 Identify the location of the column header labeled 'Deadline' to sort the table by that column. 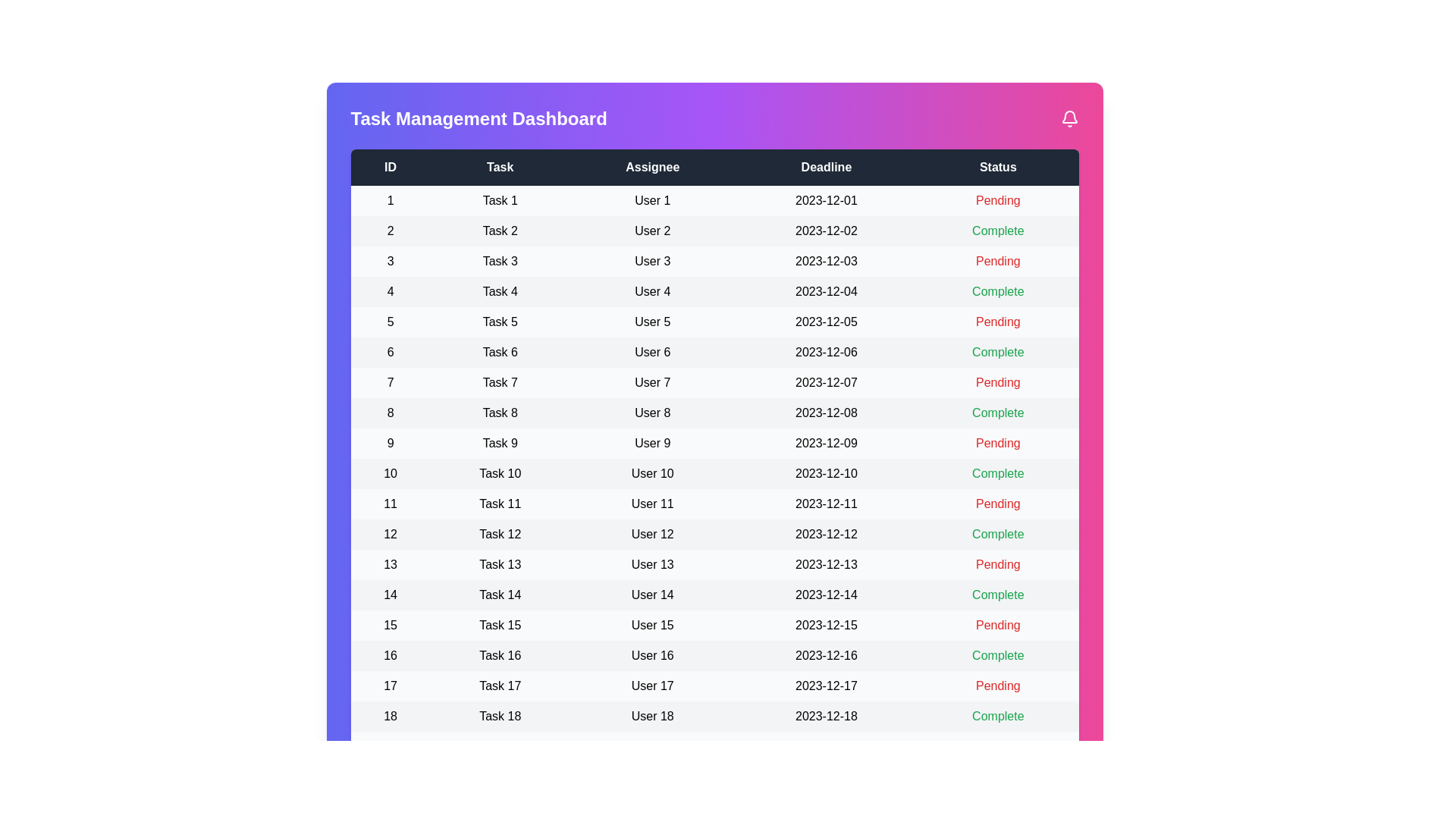
(825, 167).